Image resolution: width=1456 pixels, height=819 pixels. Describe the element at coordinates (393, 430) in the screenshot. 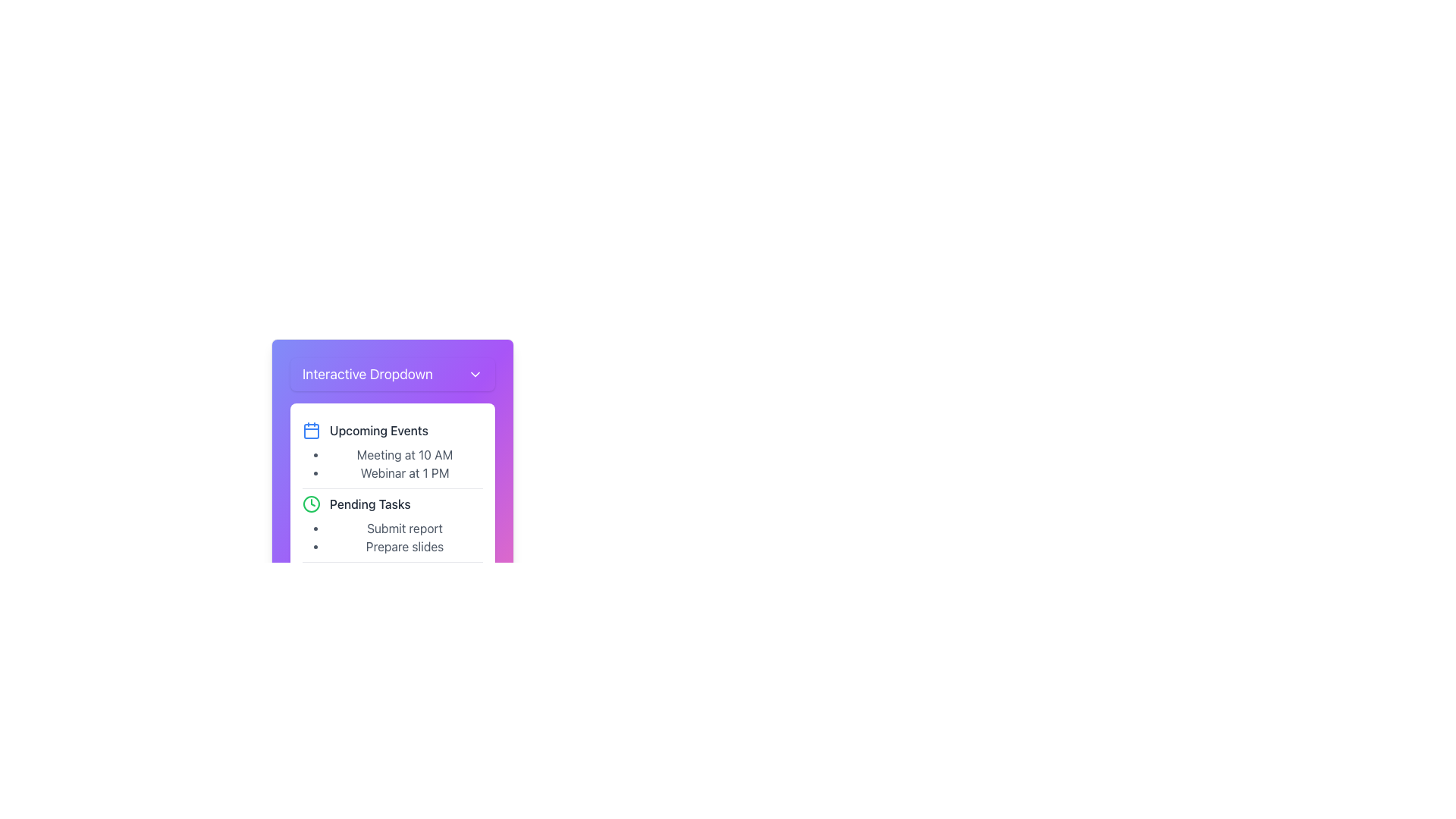

I see `text of the heading label with an icon located at the top of the 'Interactive Dropdown' section, which titles the list of upcoming events` at that location.